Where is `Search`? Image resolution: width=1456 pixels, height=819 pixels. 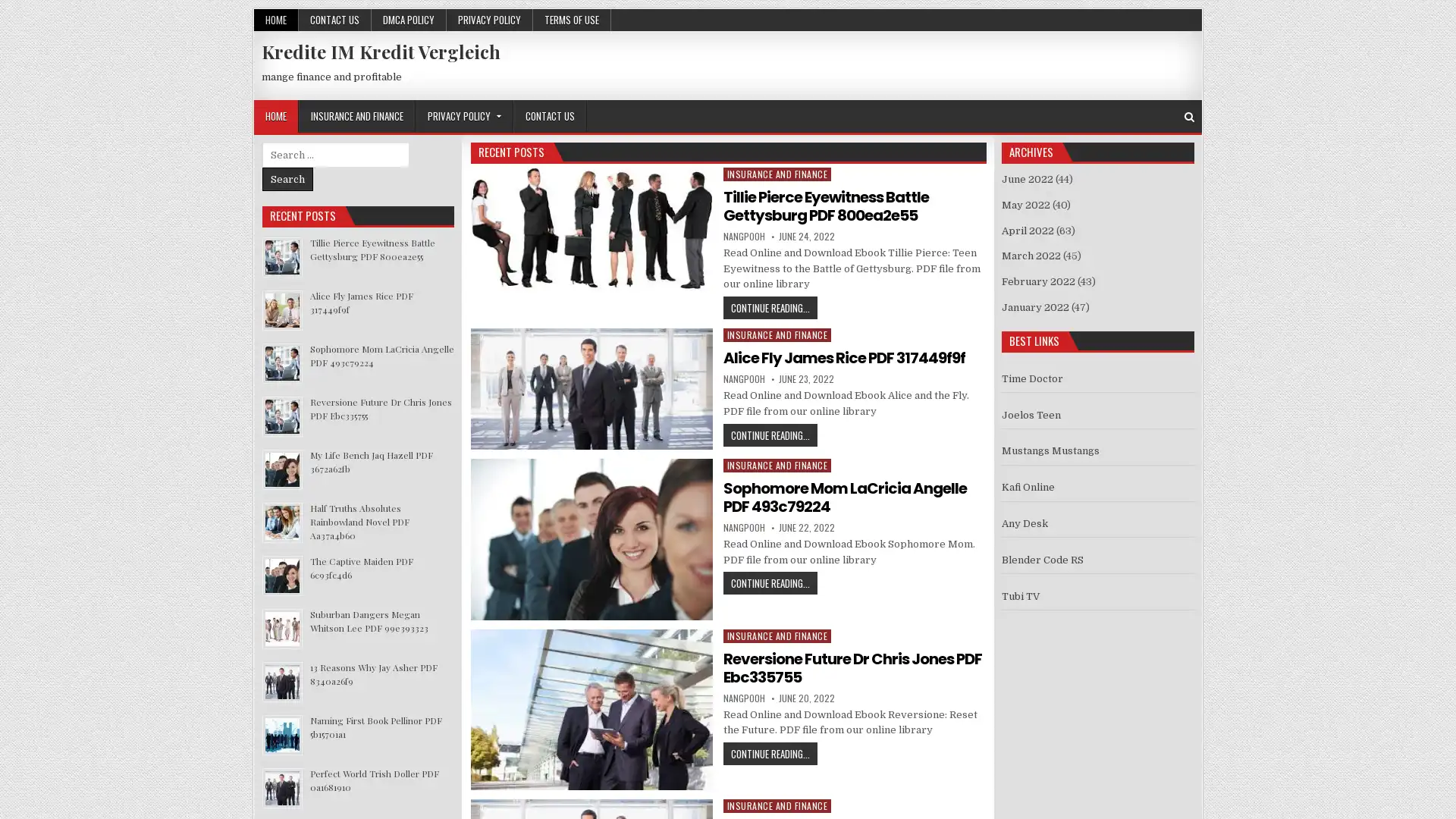
Search is located at coordinates (287, 178).